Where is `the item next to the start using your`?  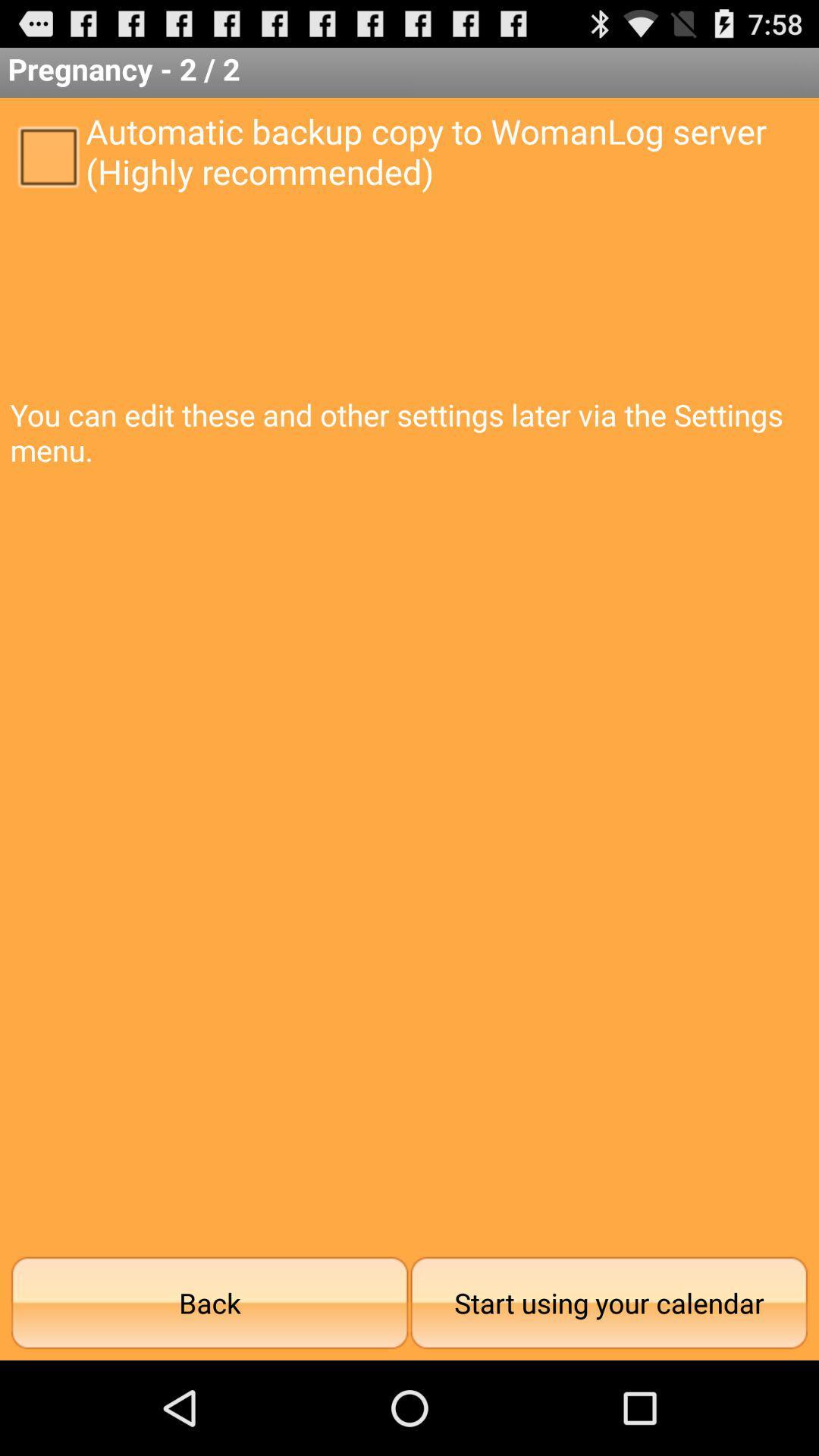 the item next to the start using your is located at coordinates (209, 1302).